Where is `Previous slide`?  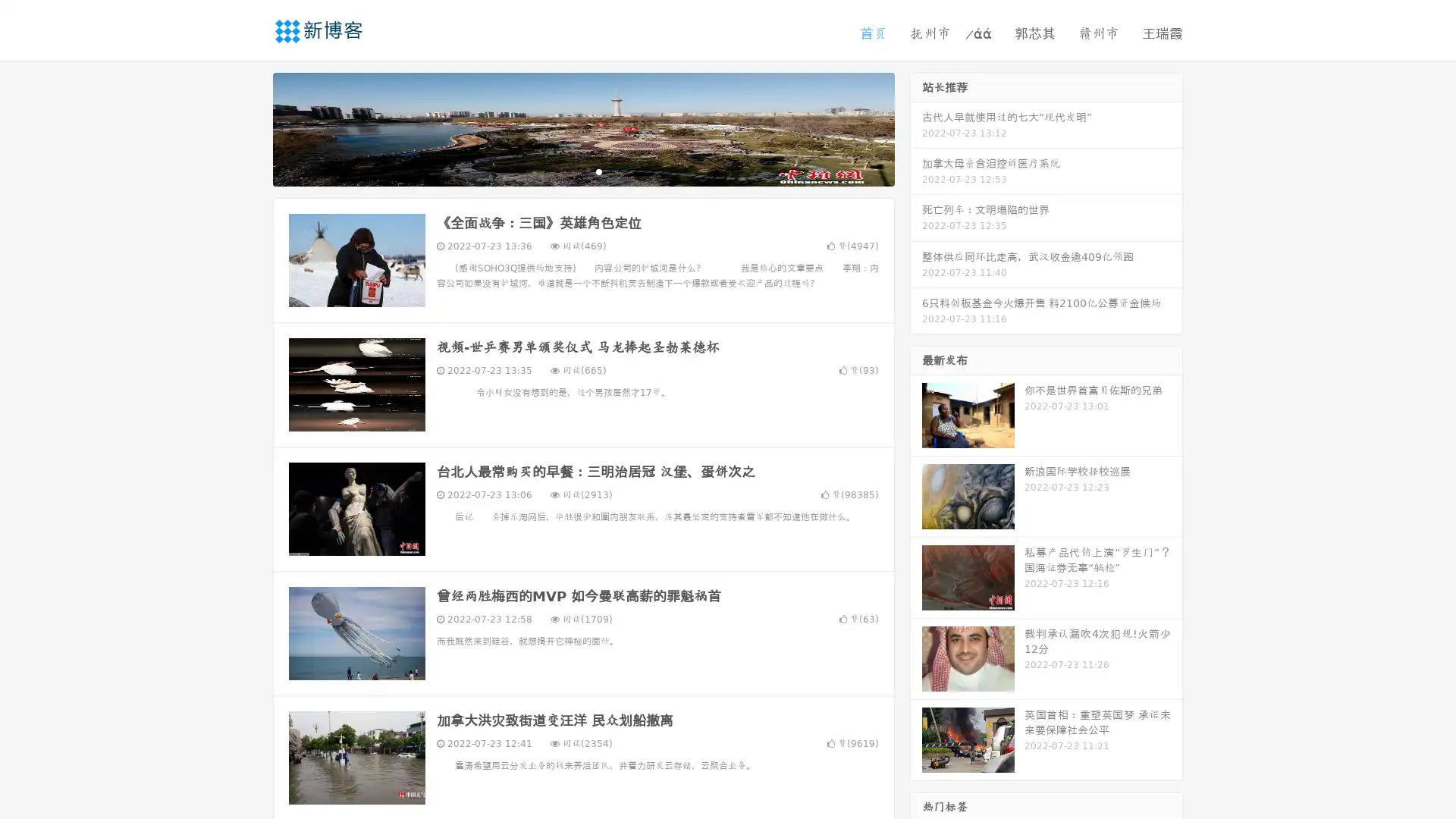 Previous slide is located at coordinates (250, 127).